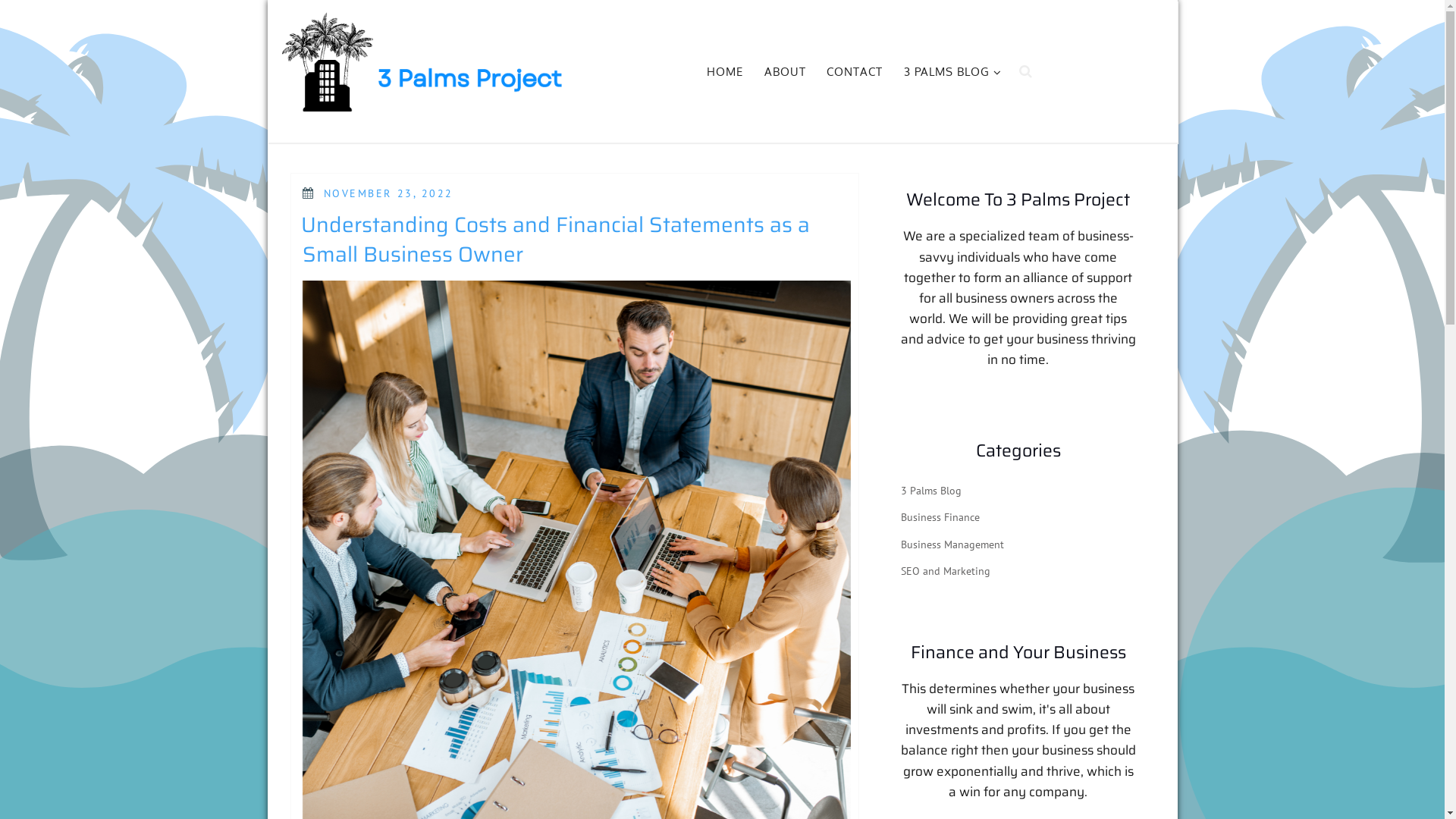 The image size is (1456, 819). Describe the element at coordinates (724, 72) in the screenshot. I see `'HOME'` at that location.